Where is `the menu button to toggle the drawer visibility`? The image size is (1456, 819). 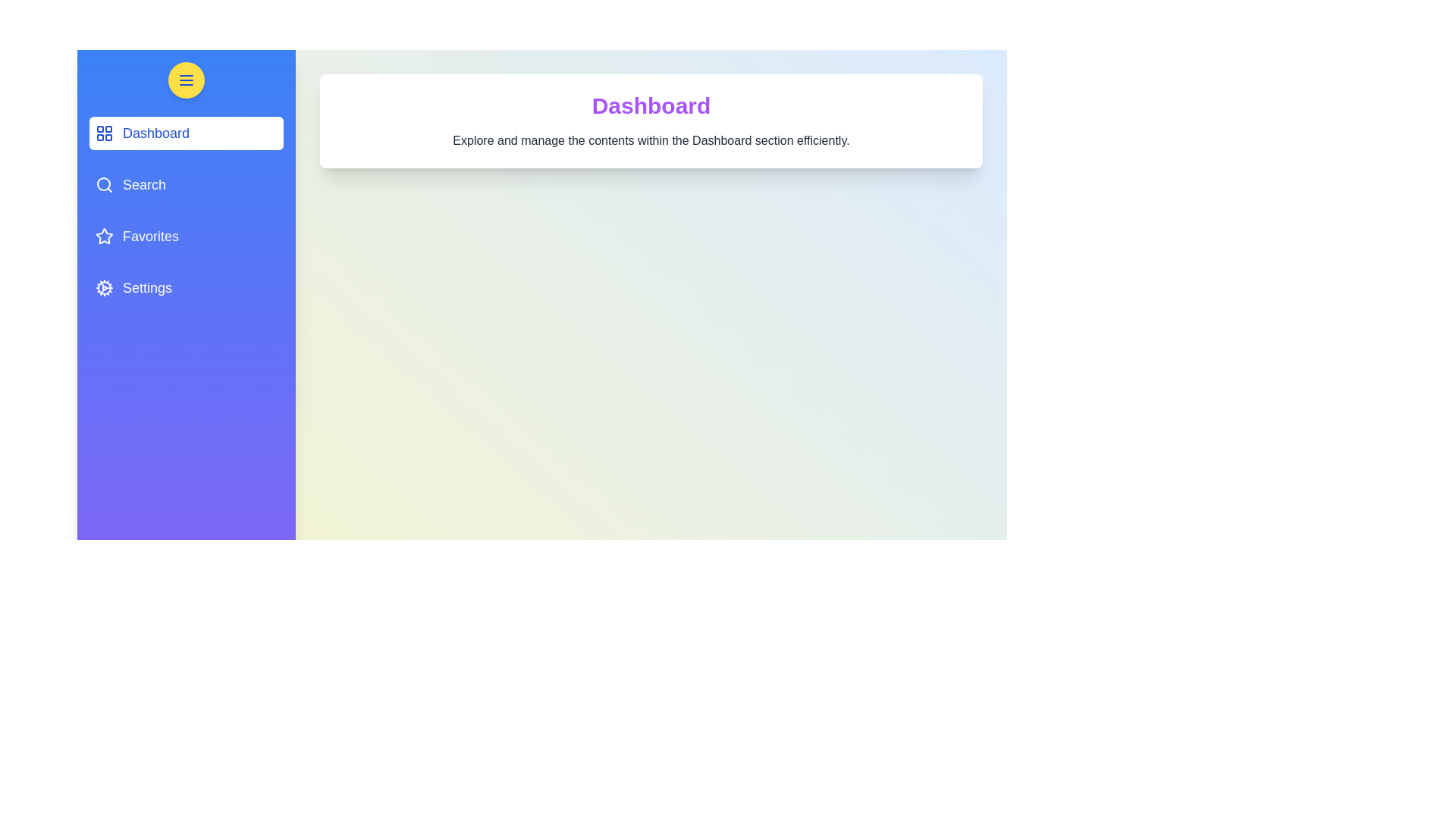 the menu button to toggle the drawer visibility is located at coordinates (185, 80).